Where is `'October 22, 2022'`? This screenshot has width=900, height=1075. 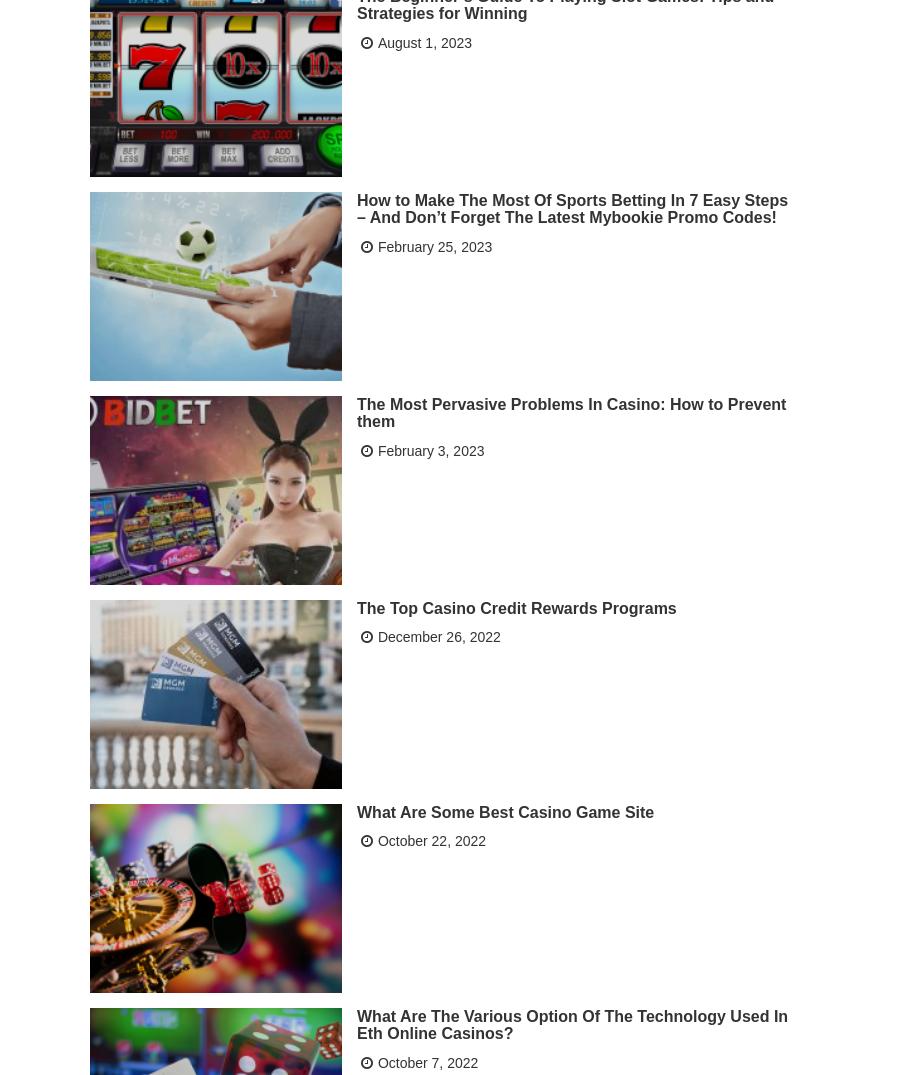 'October 22, 2022' is located at coordinates (431, 840).